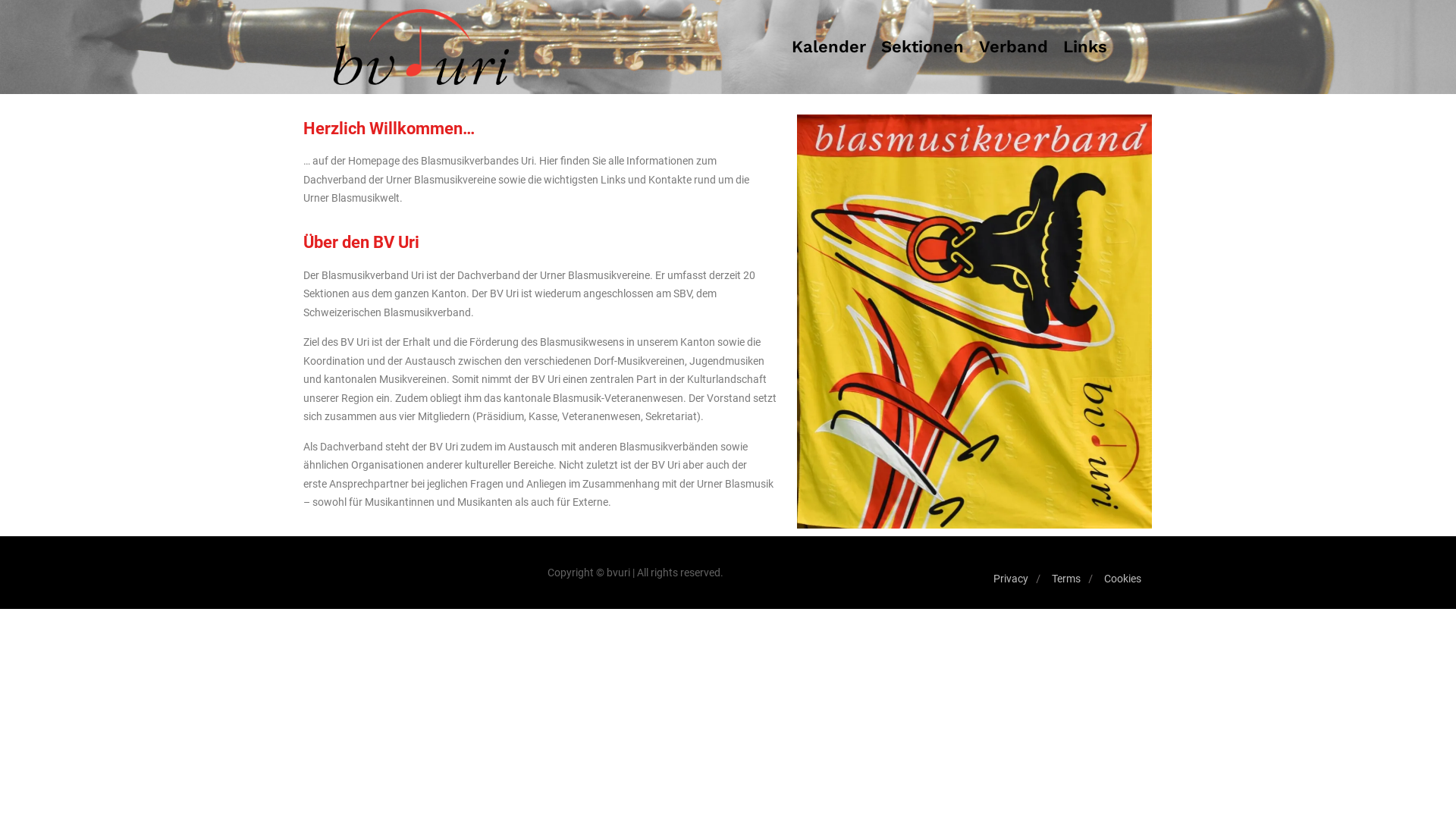  I want to click on 'Verband', so click(971, 45).